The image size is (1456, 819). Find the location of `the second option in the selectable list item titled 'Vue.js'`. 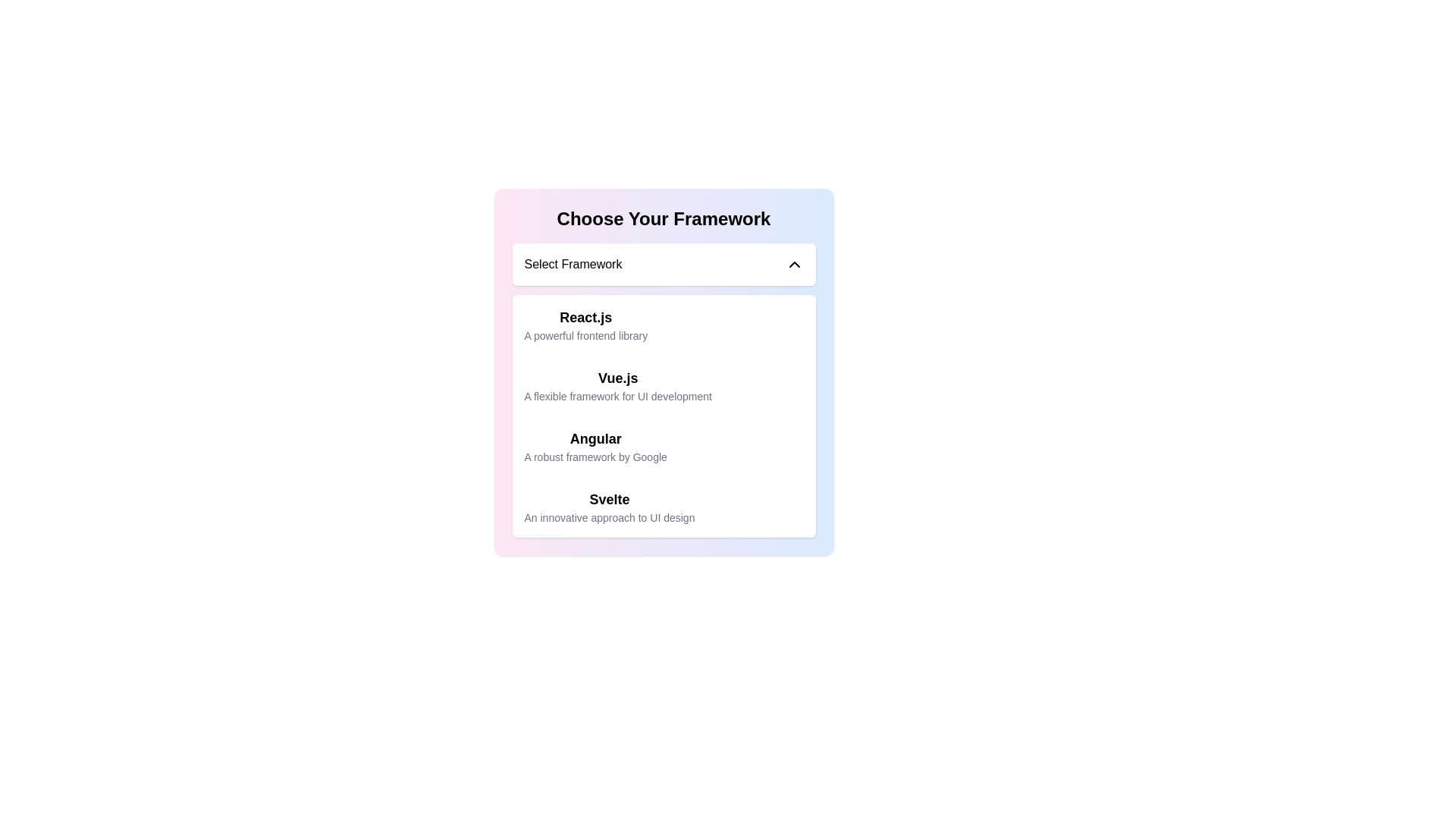

the second option in the selectable list item titled 'Vue.js' is located at coordinates (664, 372).